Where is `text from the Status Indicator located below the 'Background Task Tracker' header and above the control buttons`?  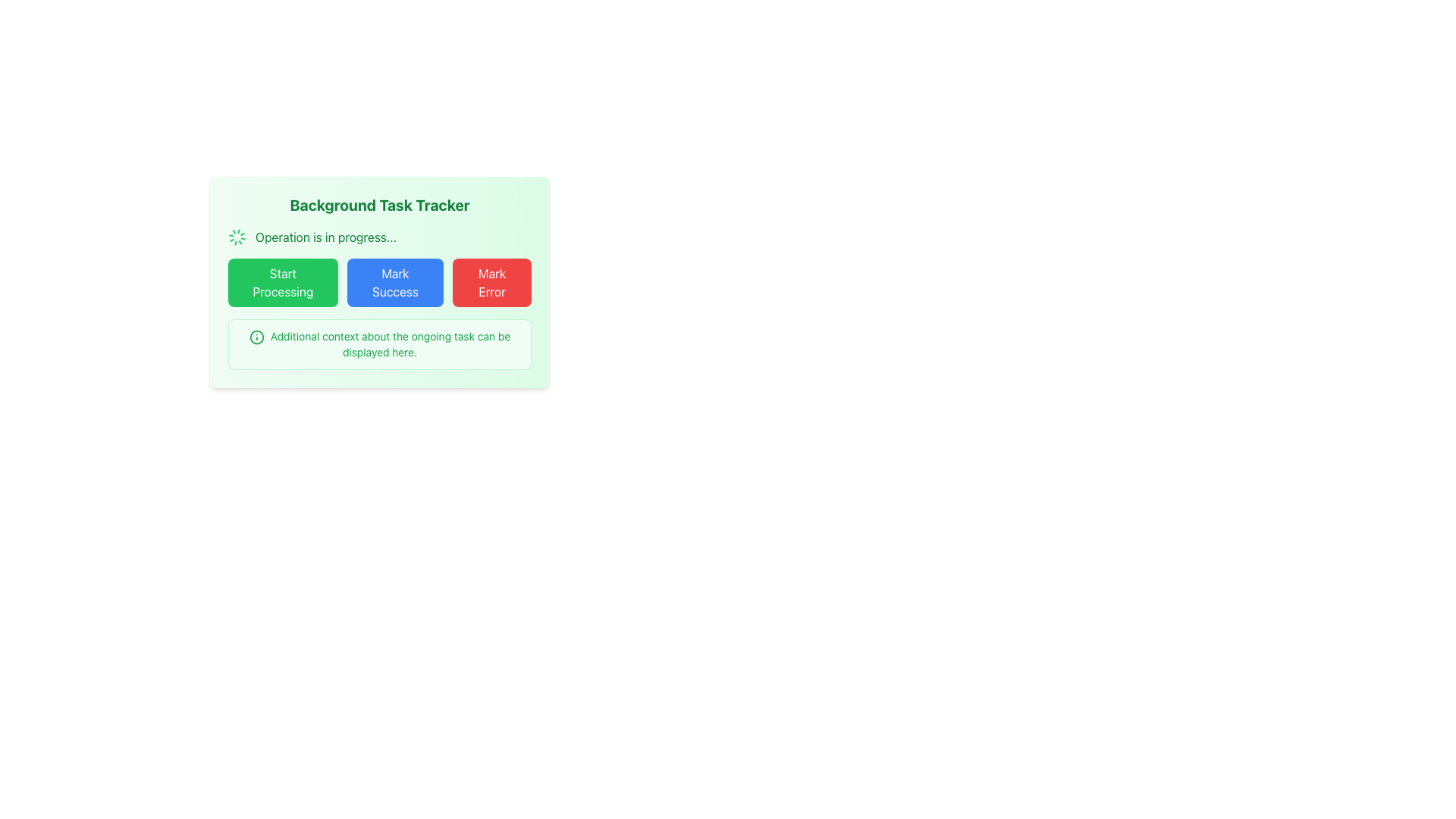
text from the Status Indicator located below the 'Background Task Tracker' header and above the control buttons is located at coordinates (379, 237).